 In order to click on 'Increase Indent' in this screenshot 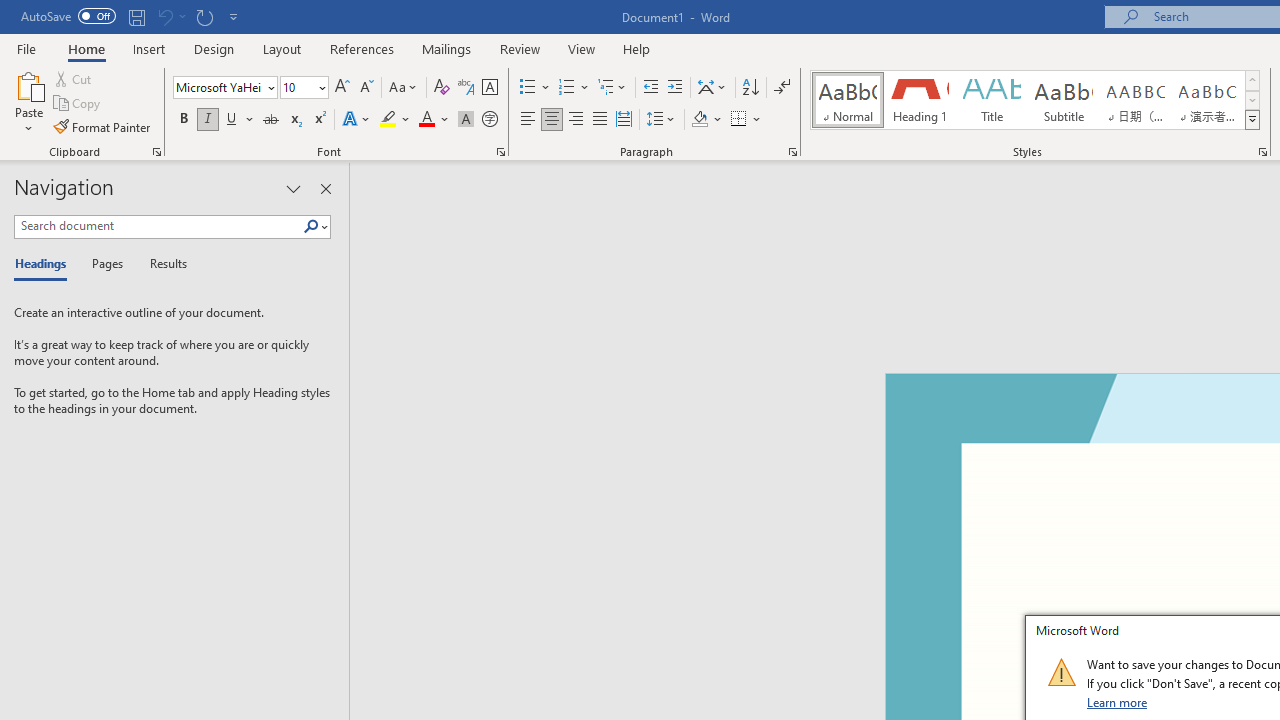, I will do `click(675, 86)`.